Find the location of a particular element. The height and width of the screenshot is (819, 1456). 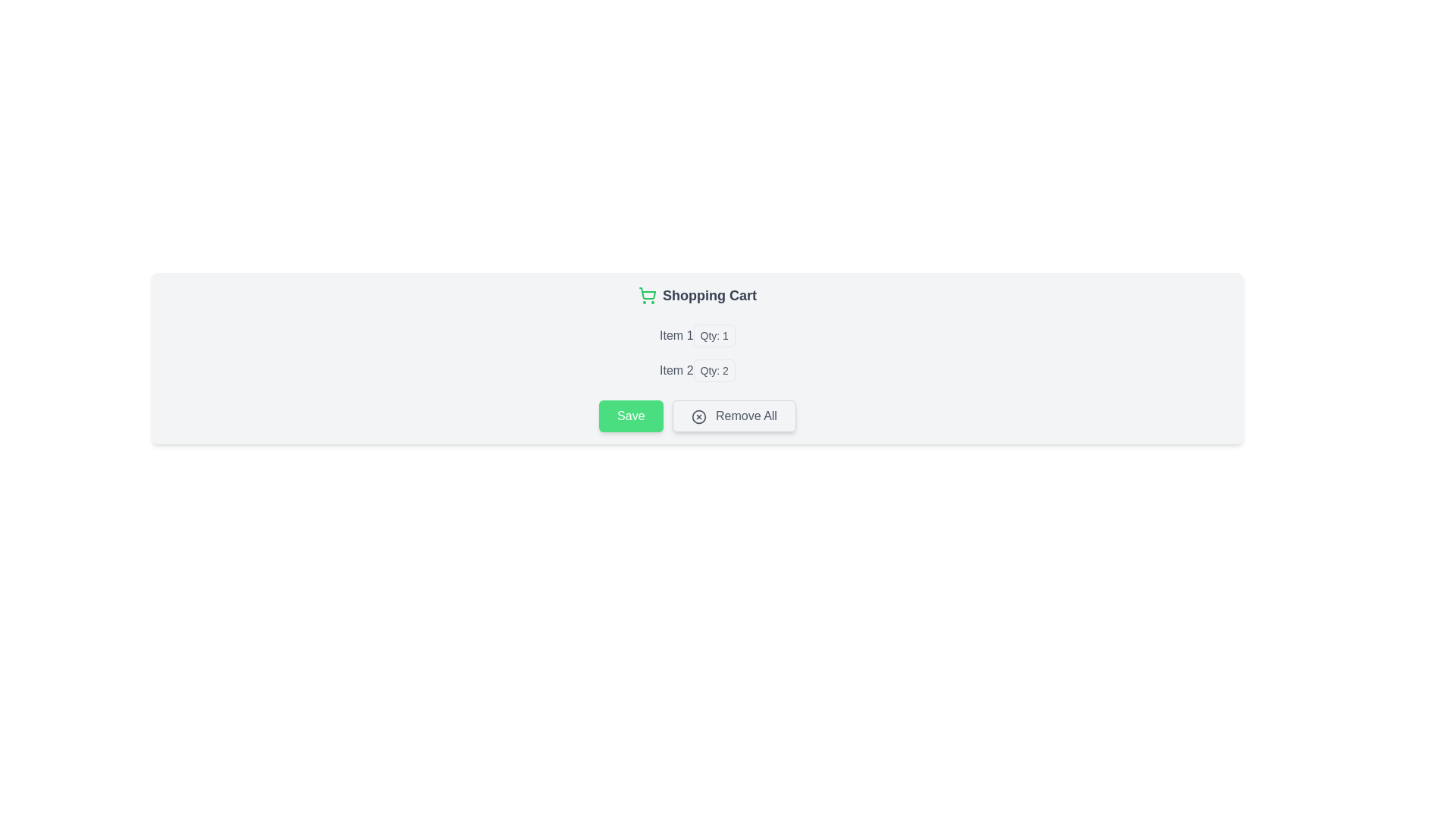

static text header labeled 'Shopping Cart', which is displayed in a bold font style and medium gray color, located in the upper section of the white area next to a green shopping cart icon is located at coordinates (709, 295).